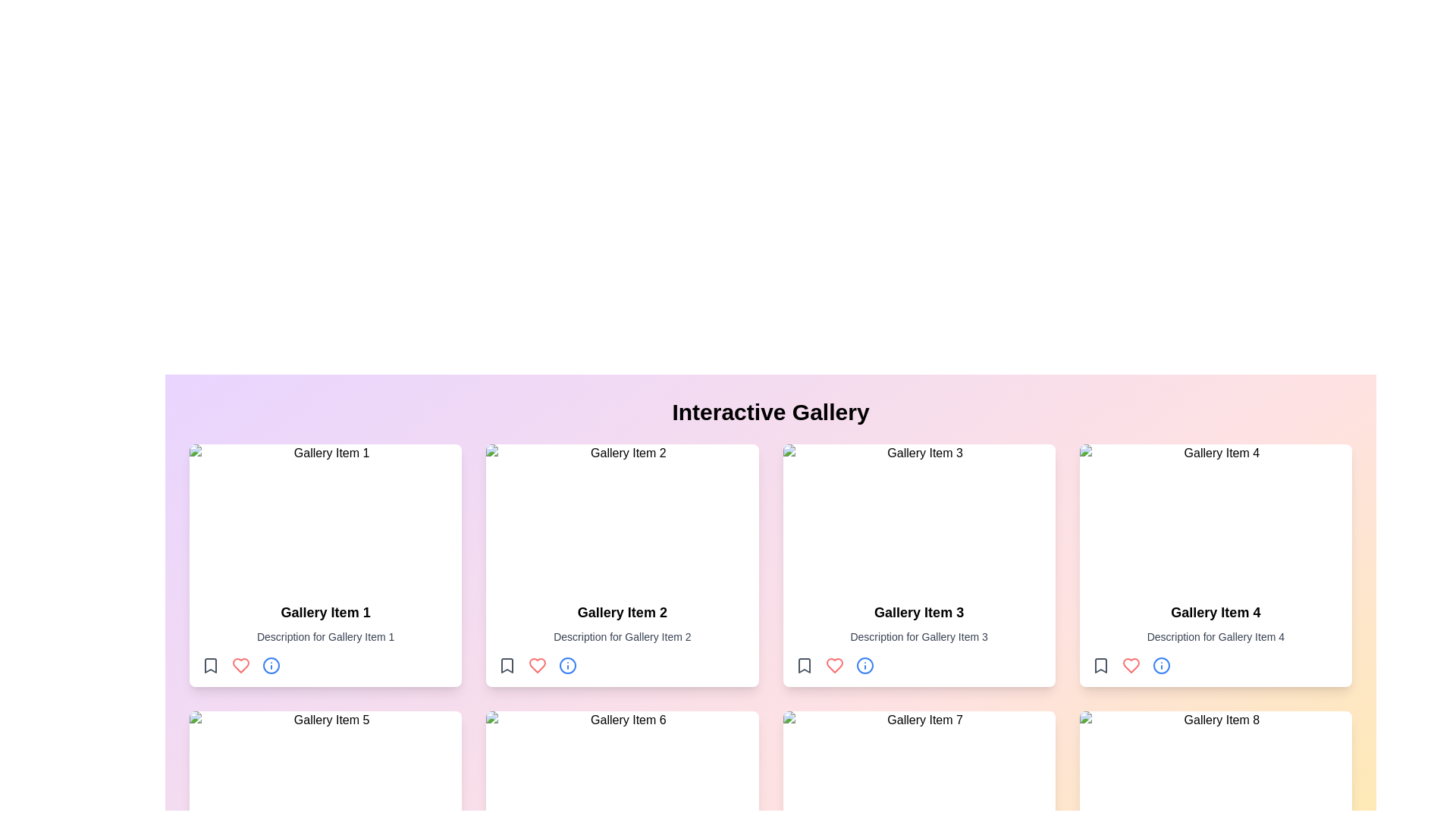 This screenshot has height=819, width=1456. I want to click on the heart-shaped icon outlined in red, which is the second icon from the left in the group of three below the card labeled 'Gallery Item 4', so click(1131, 665).